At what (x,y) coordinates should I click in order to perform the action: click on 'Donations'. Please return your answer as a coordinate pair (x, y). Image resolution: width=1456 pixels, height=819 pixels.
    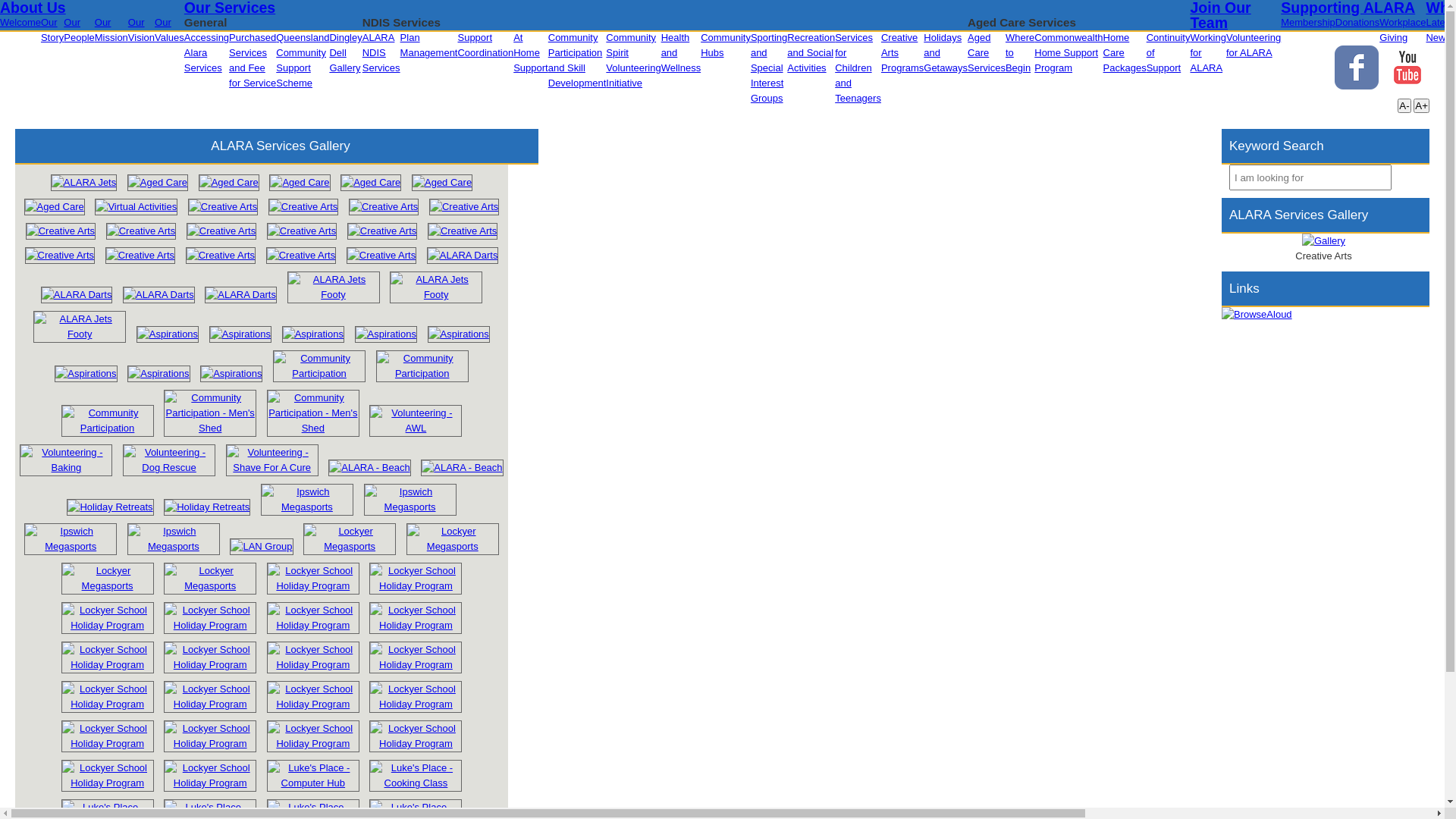
    Looking at the image, I should click on (1357, 22).